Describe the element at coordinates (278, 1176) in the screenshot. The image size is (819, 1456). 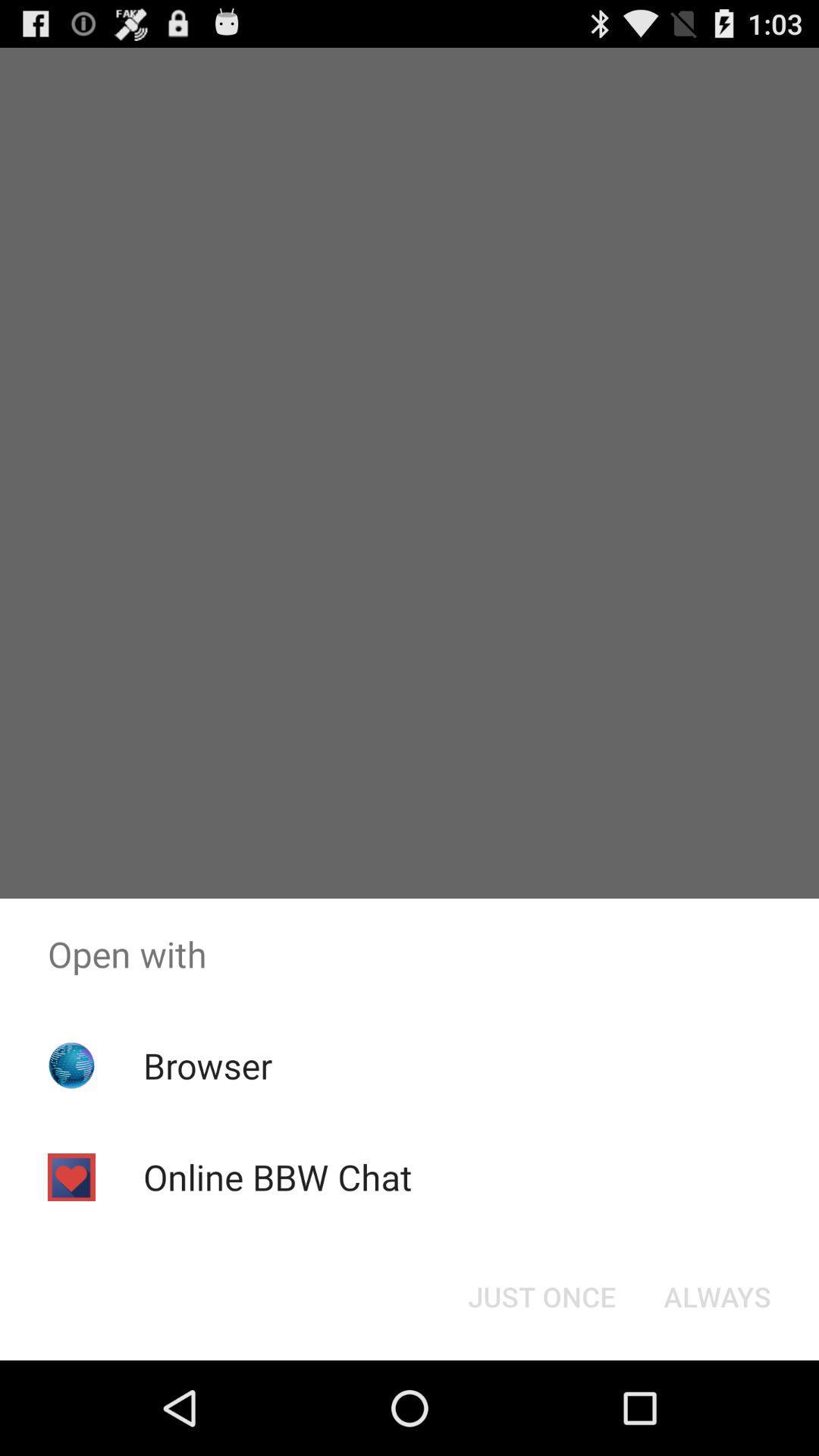
I see `item below the browser app` at that location.